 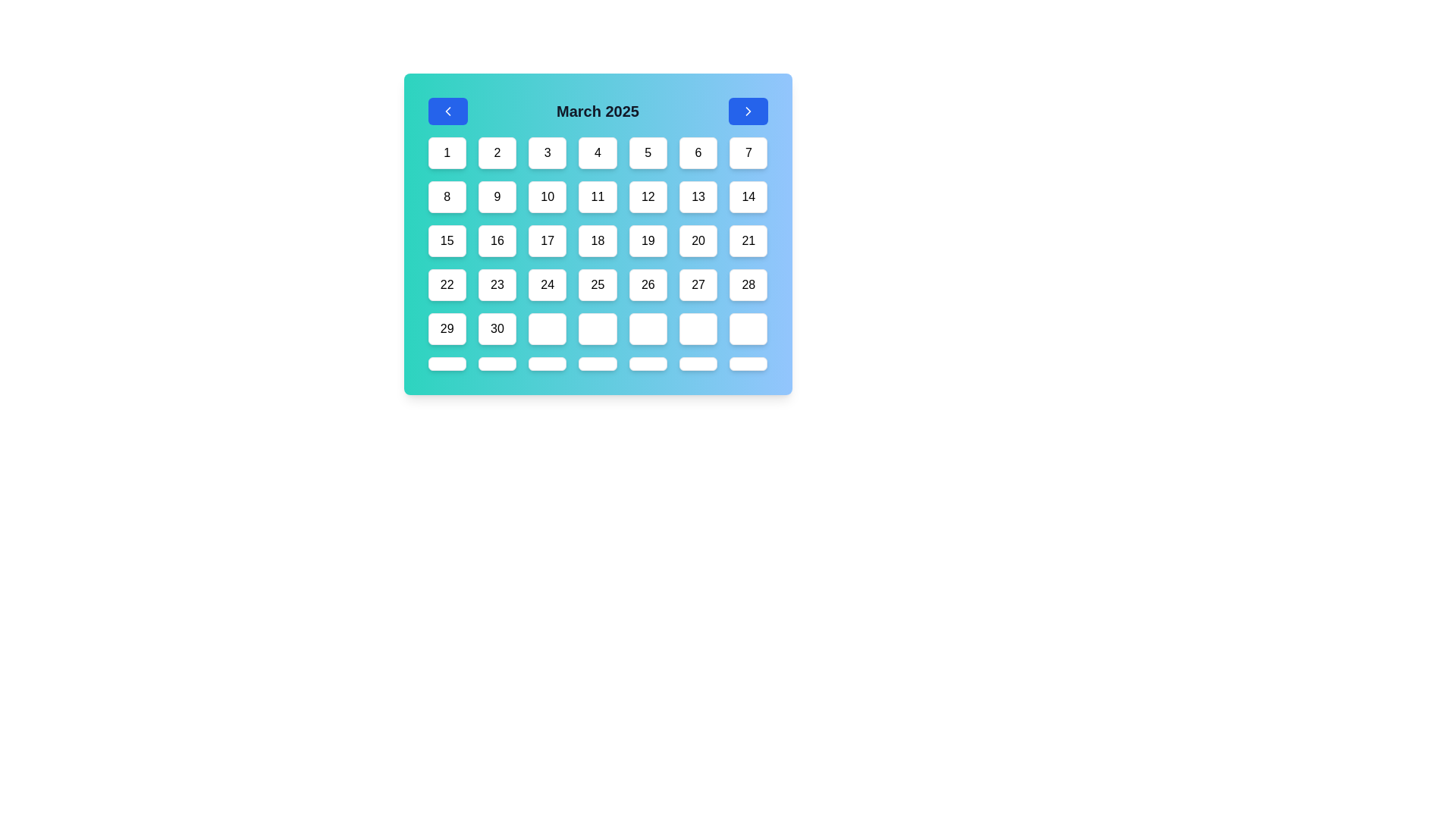 I want to click on the Left Chevron Icon located in the header of the calendar view, so click(x=447, y=110).